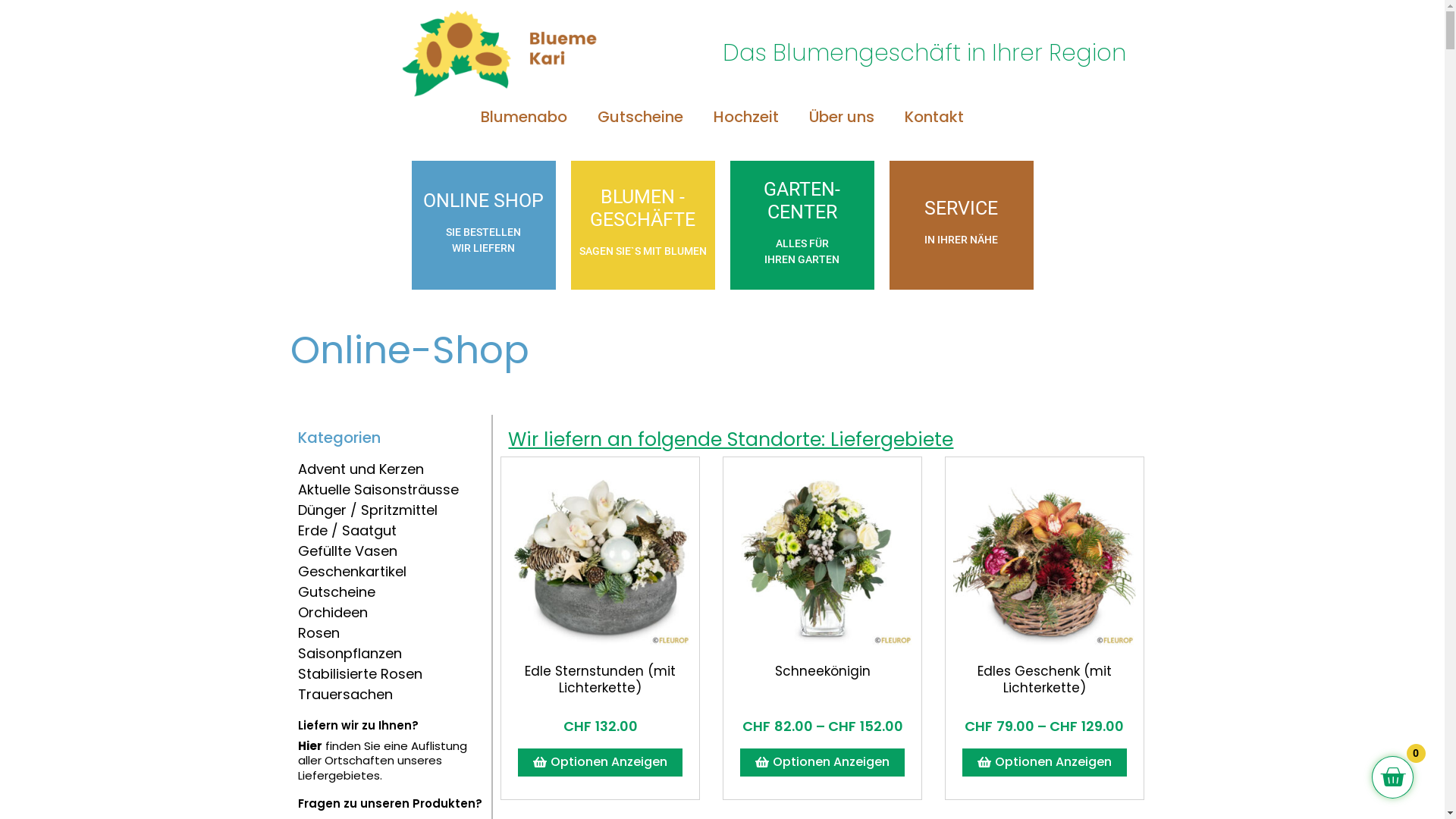 This screenshot has height=819, width=1456. I want to click on 'Orchideen', so click(331, 611).